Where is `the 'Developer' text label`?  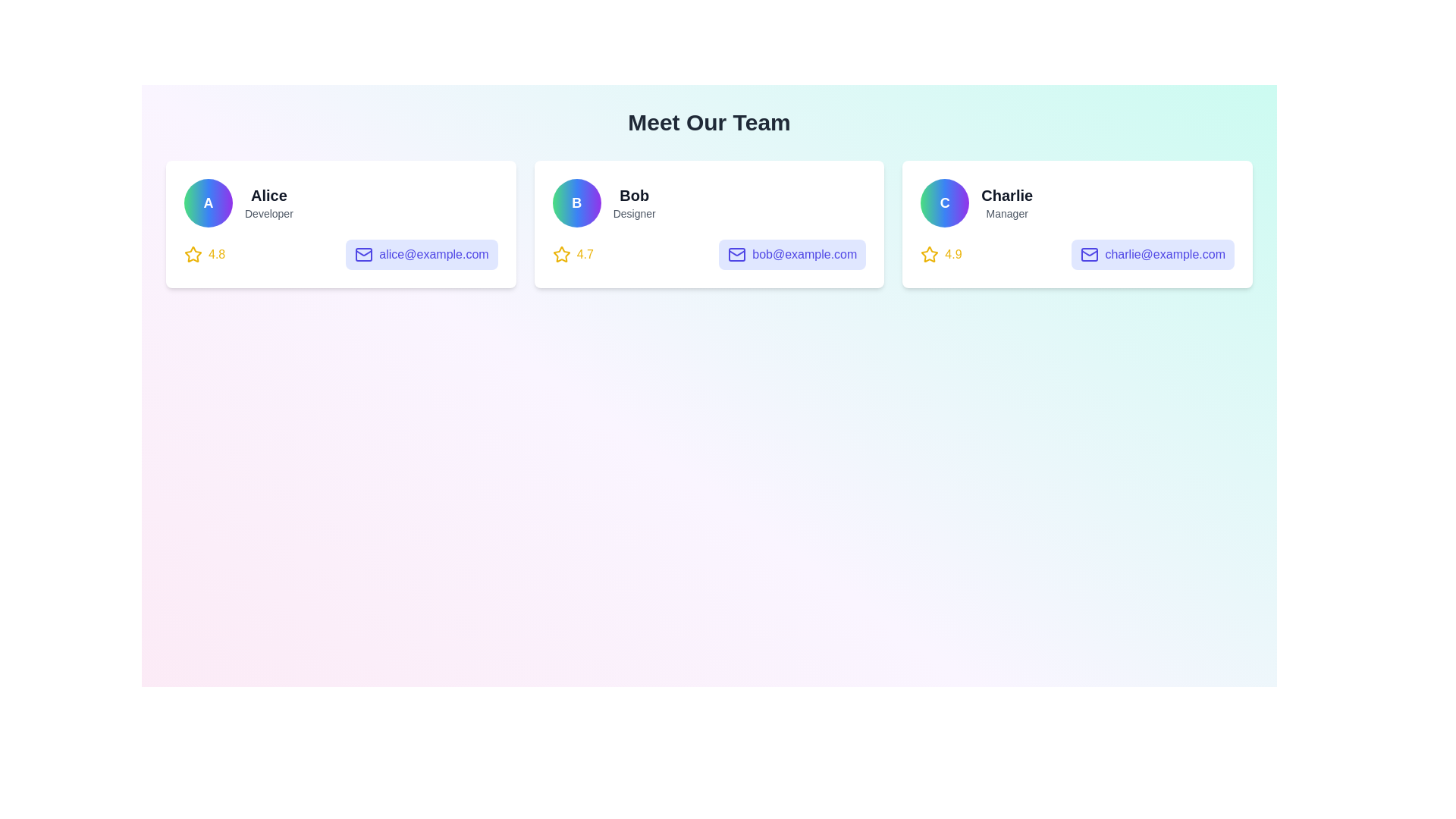 the 'Developer' text label is located at coordinates (268, 213).